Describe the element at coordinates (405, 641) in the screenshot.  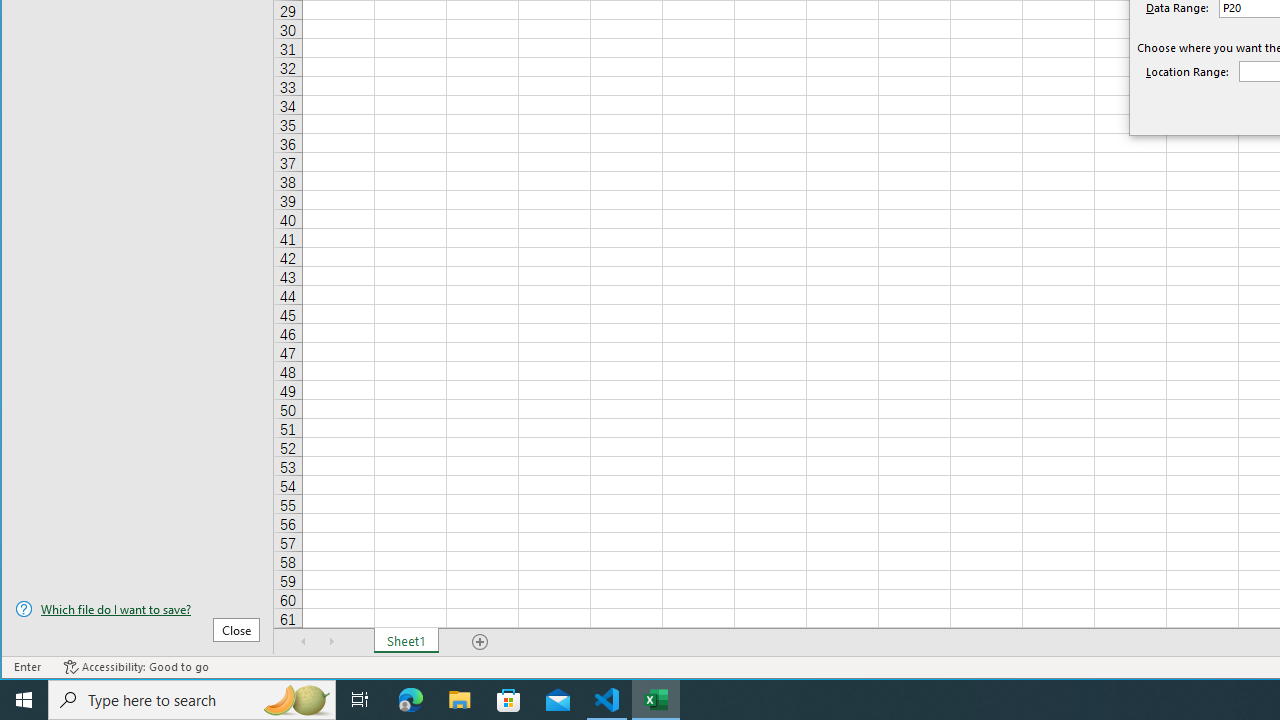
I see `'Sheet1'` at that location.